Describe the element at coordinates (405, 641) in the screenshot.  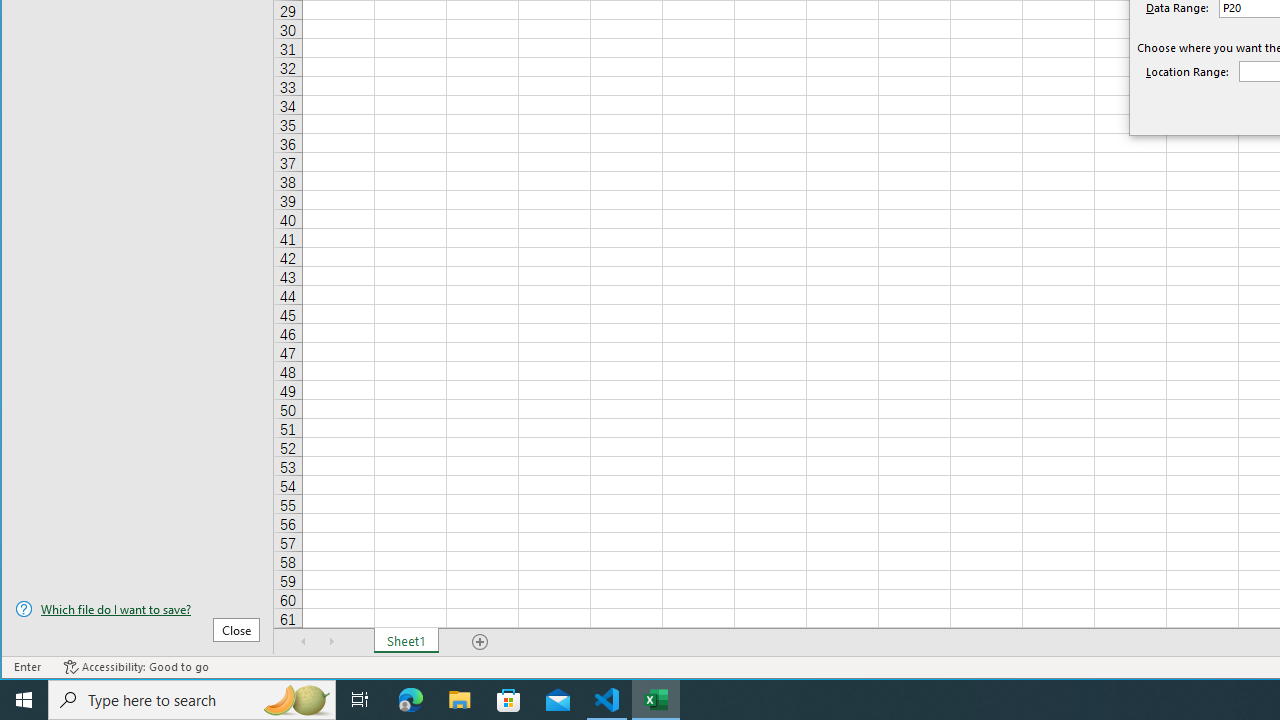
I see `'Sheet1'` at that location.